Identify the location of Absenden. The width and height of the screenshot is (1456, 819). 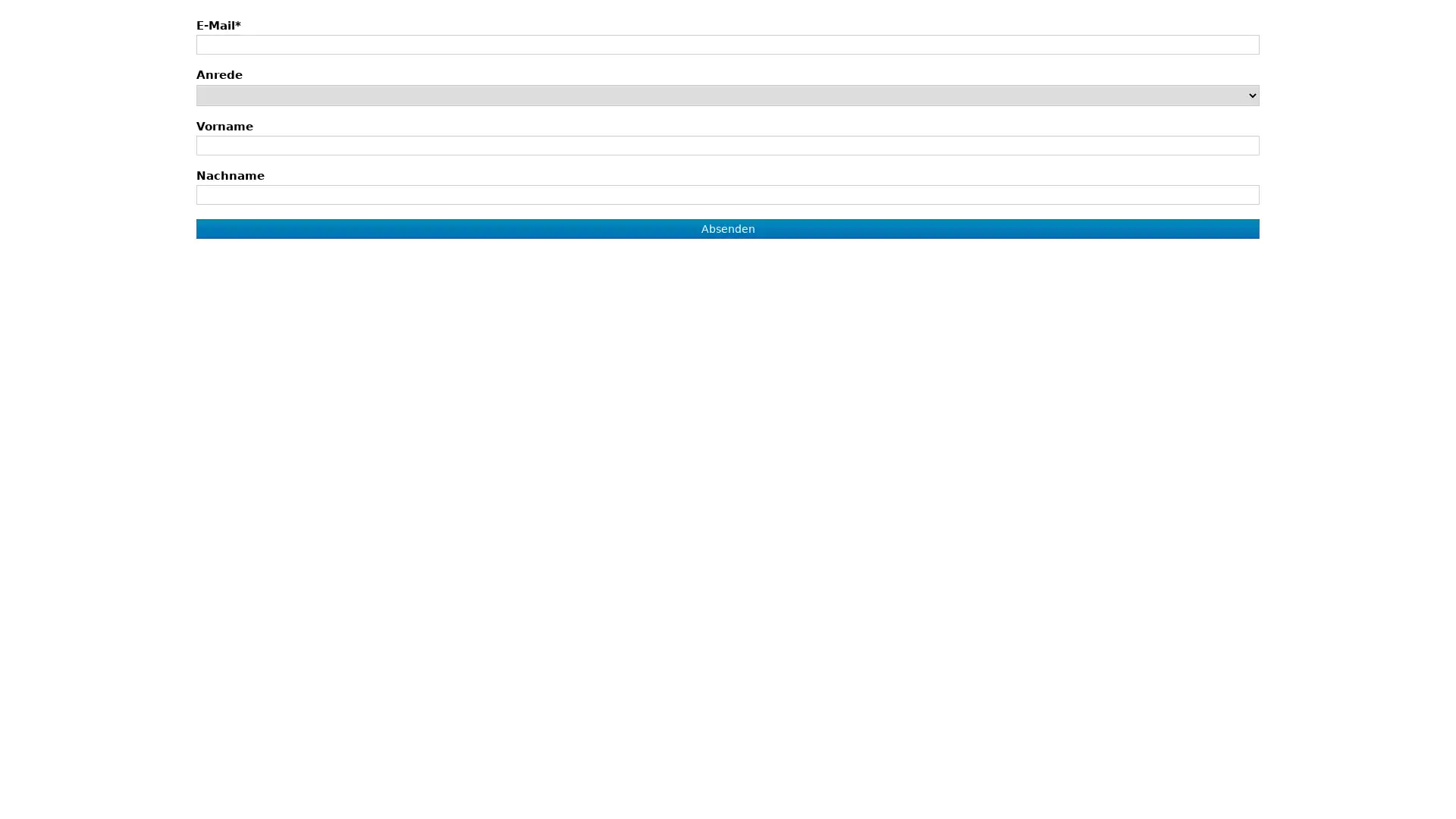
(726, 228).